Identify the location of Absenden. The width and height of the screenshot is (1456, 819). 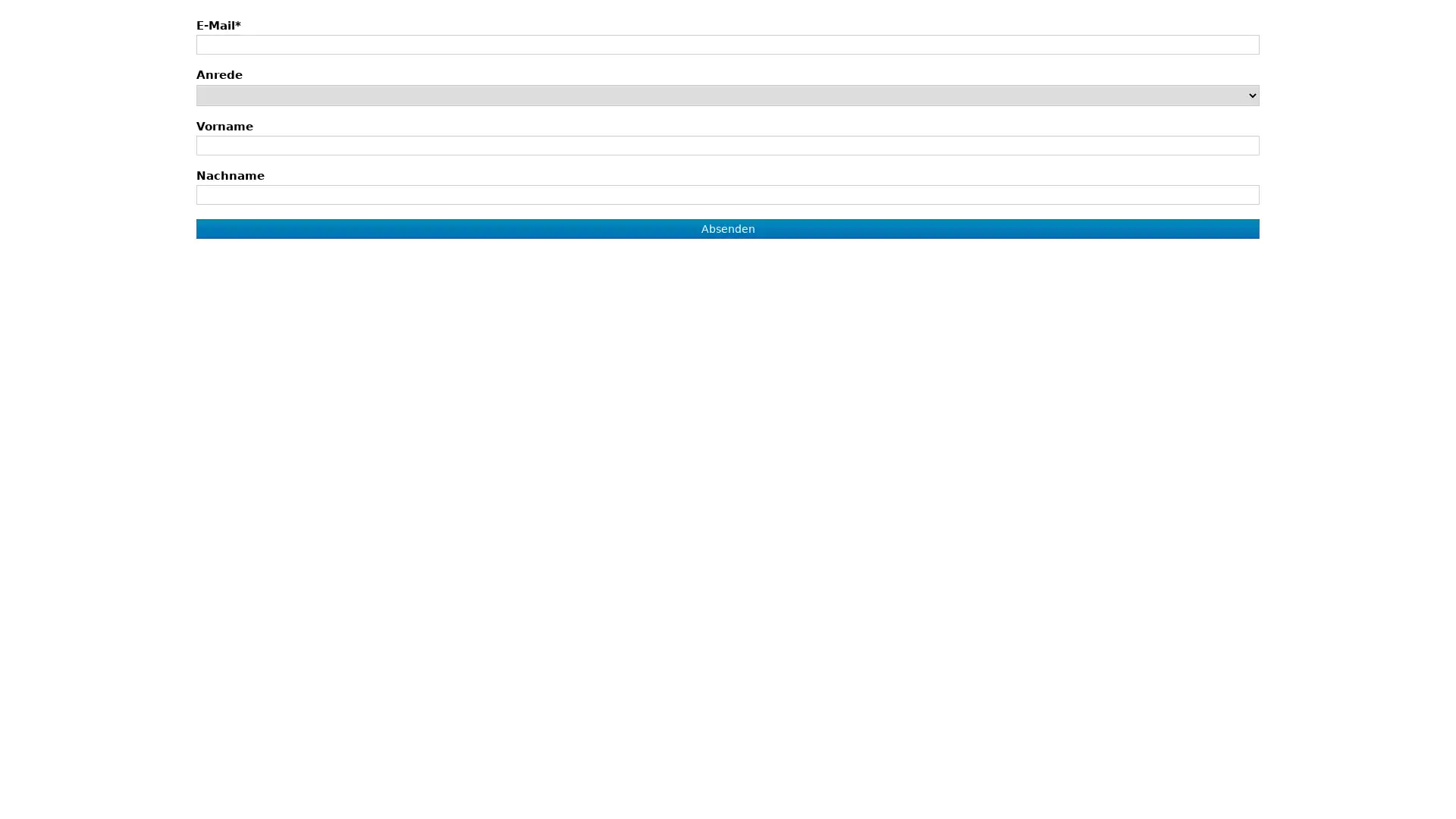
(726, 228).